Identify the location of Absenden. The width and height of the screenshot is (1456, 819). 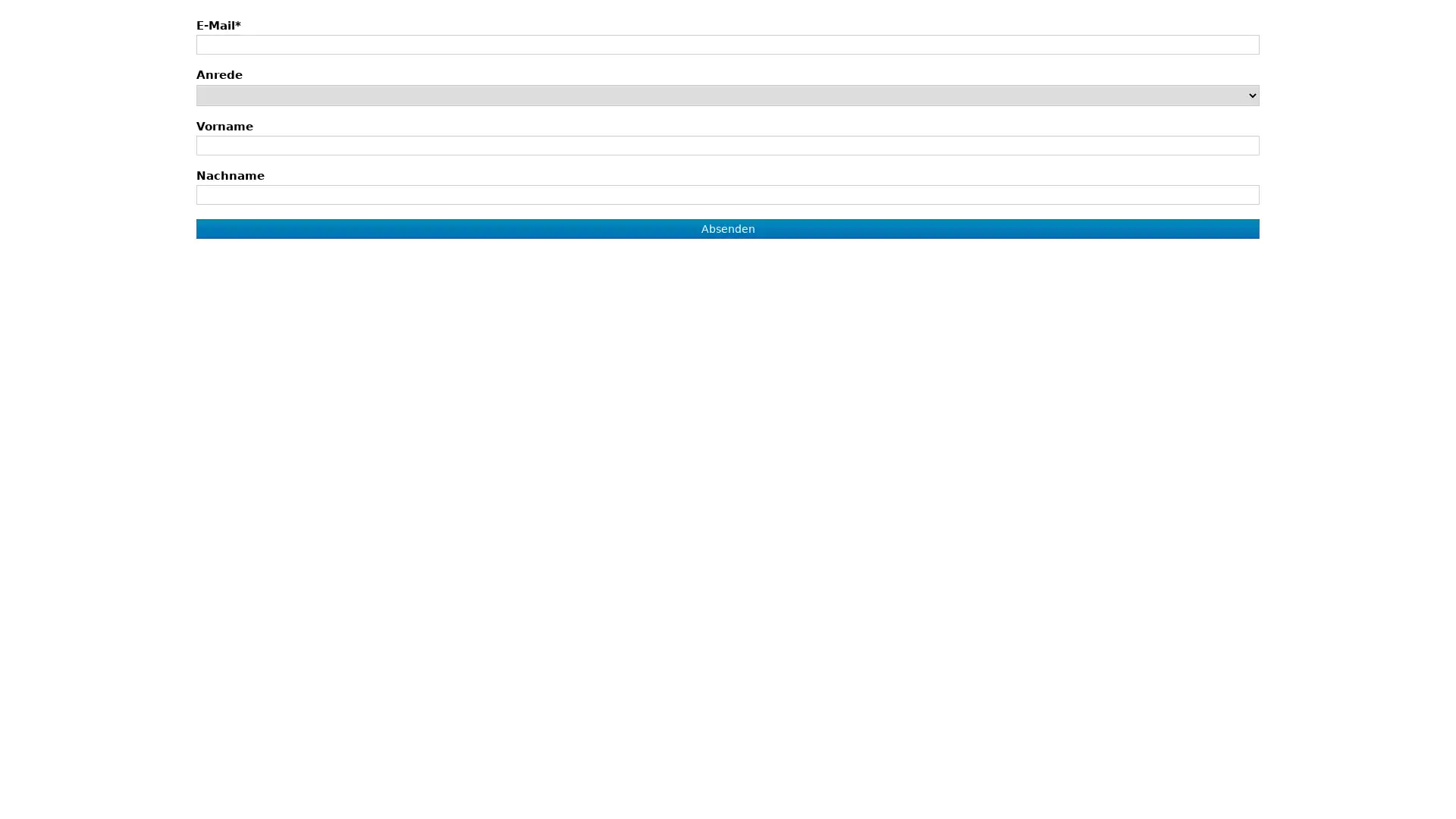
(726, 228).